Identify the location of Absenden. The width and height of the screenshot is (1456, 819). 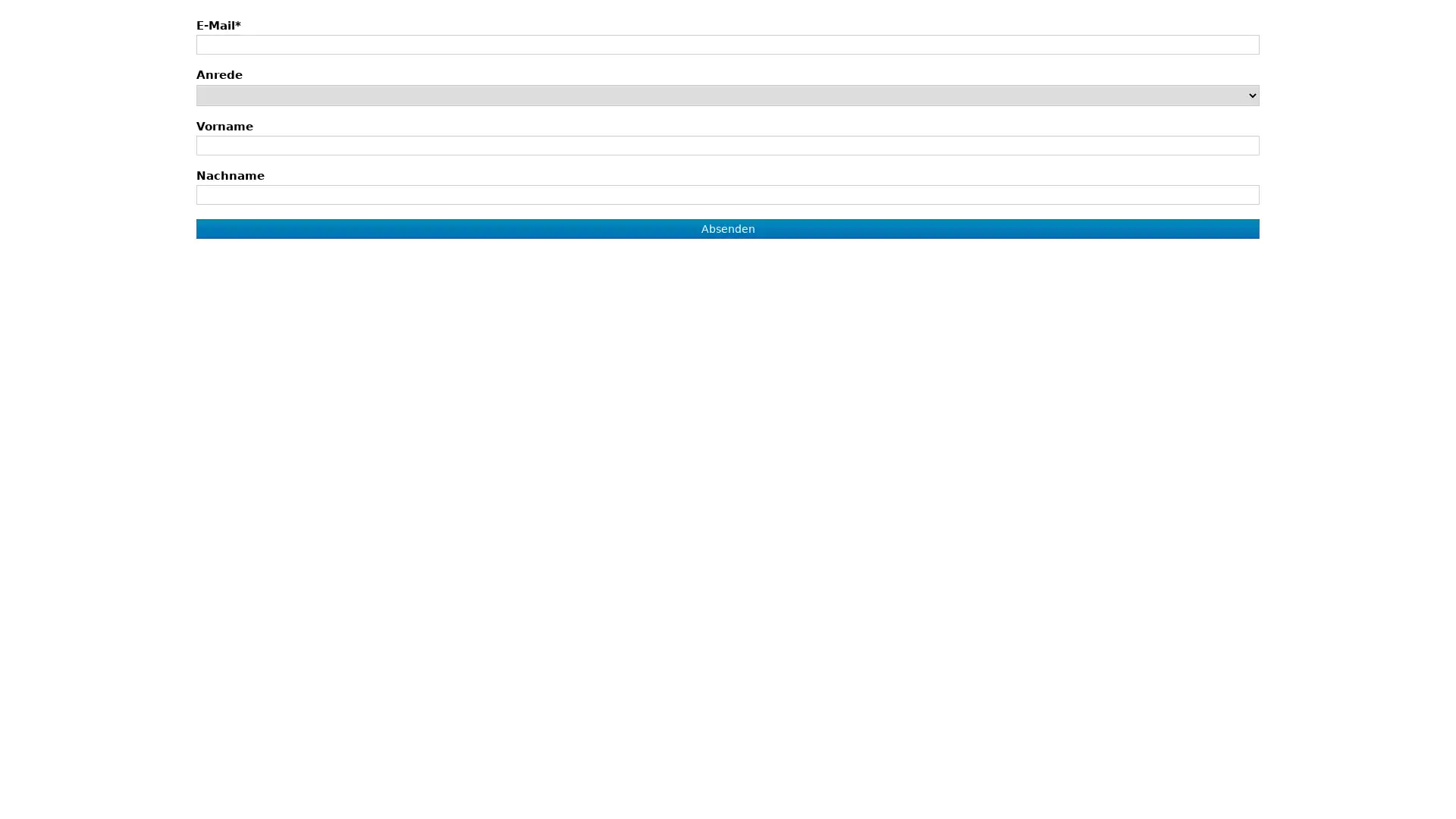
(726, 228).